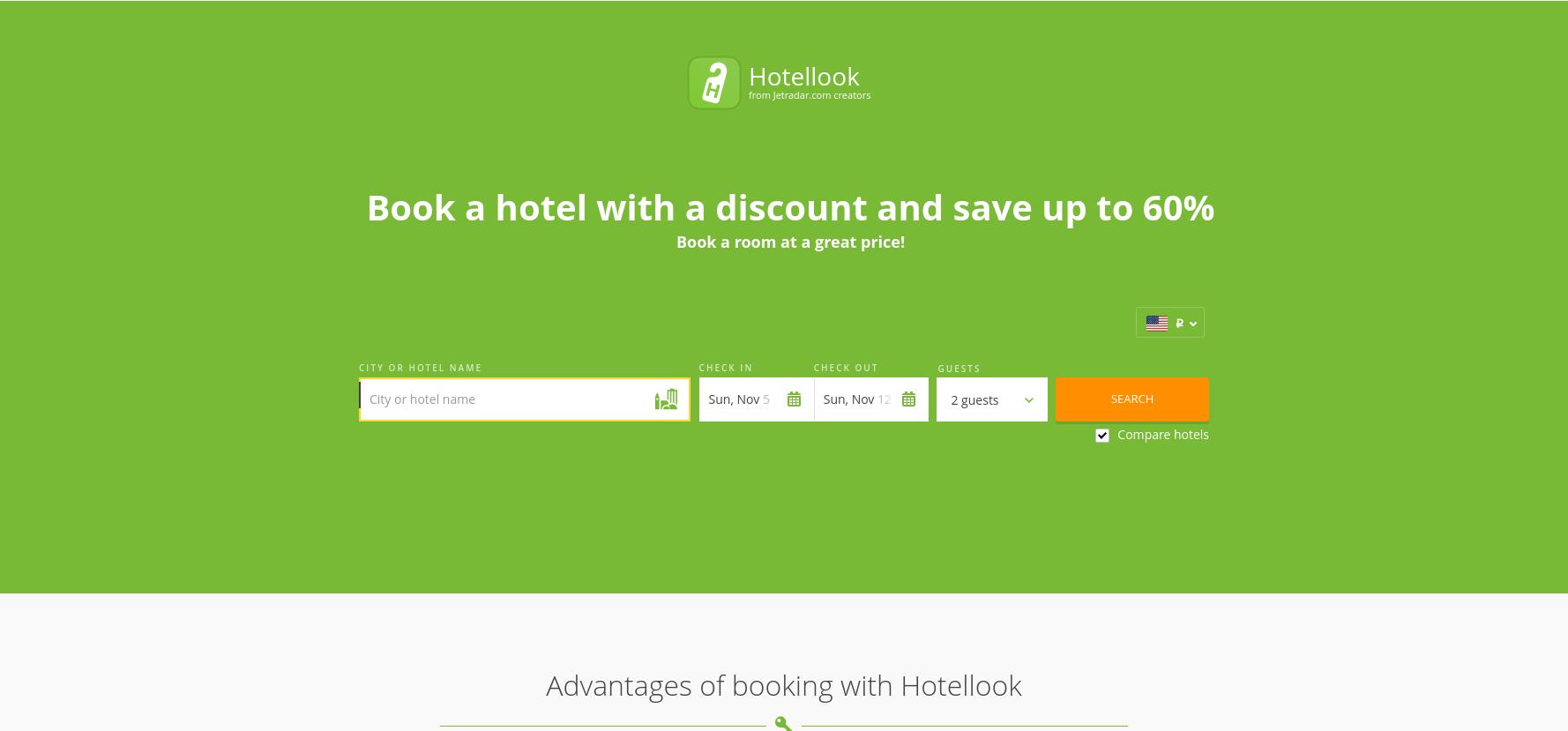  Describe the element at coordinates (877, 514) in the screenshot. I see `'Room prices change constantly. Subscribe for price alerts to stay informed of any price changes for the hotel of your choice.'` at that location.